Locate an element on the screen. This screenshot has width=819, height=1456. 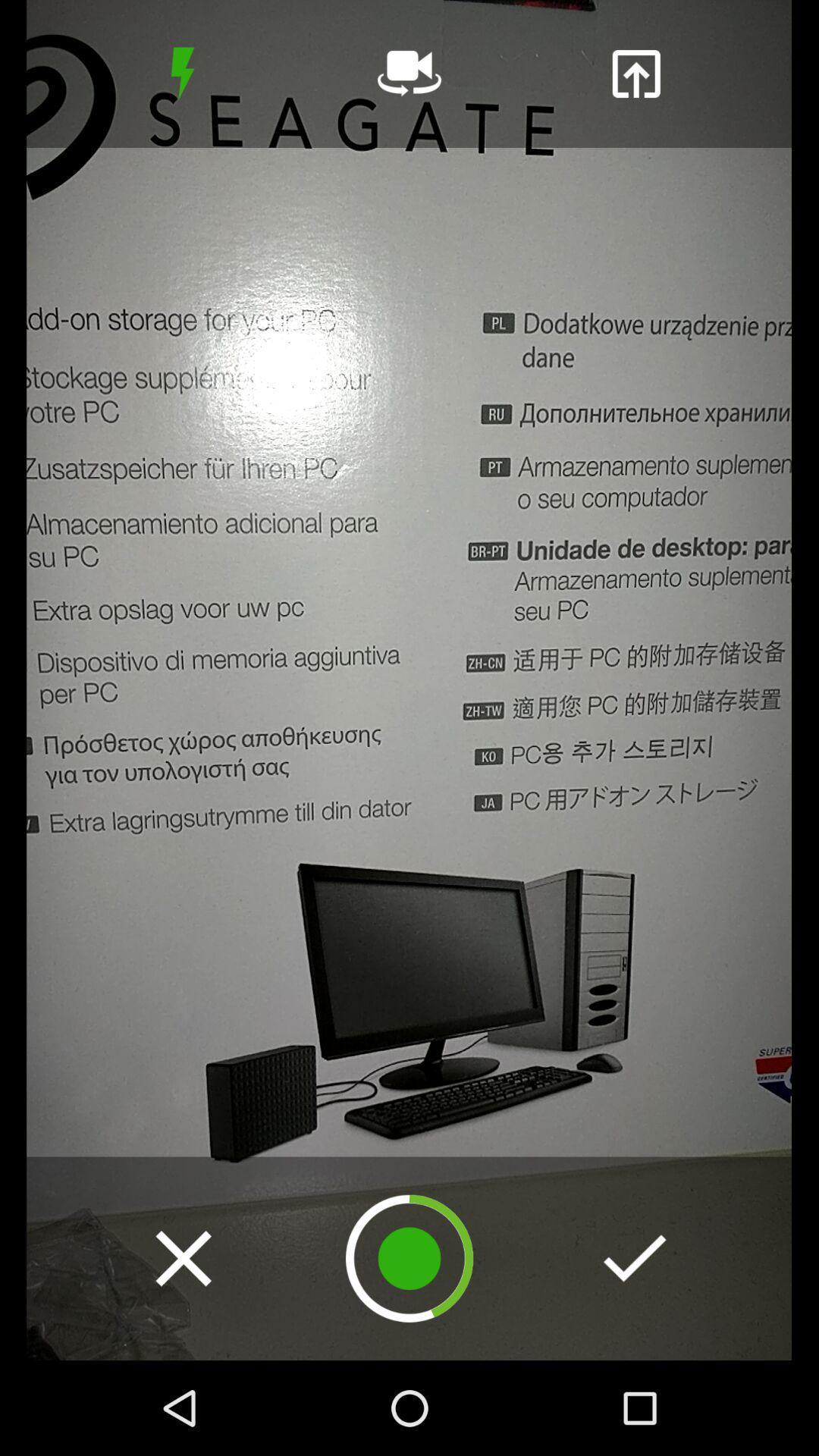
the close icon is located at coordinates (183, 1258).